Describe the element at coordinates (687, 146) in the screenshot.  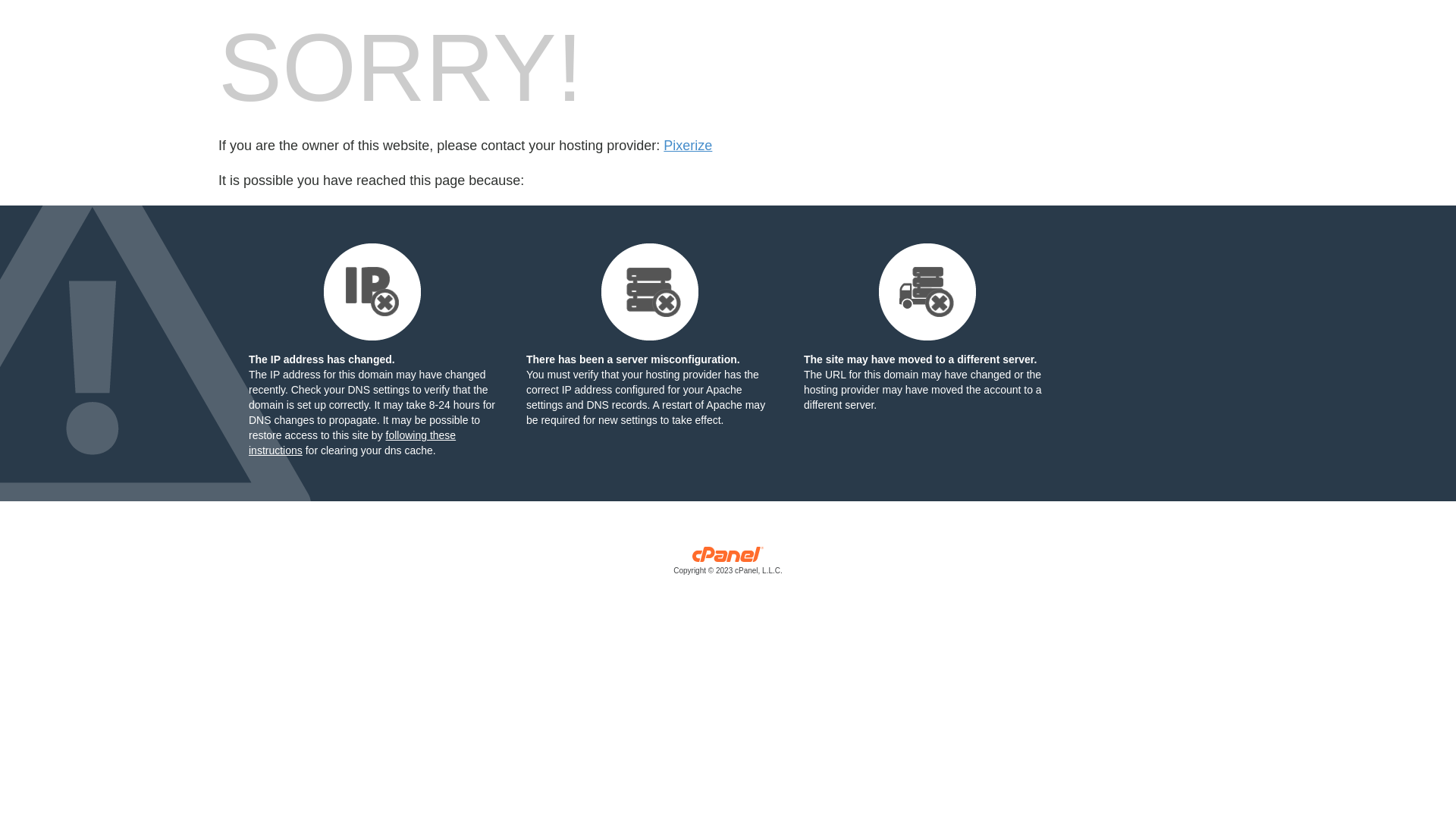
I see `'Pixerize'` at that location.